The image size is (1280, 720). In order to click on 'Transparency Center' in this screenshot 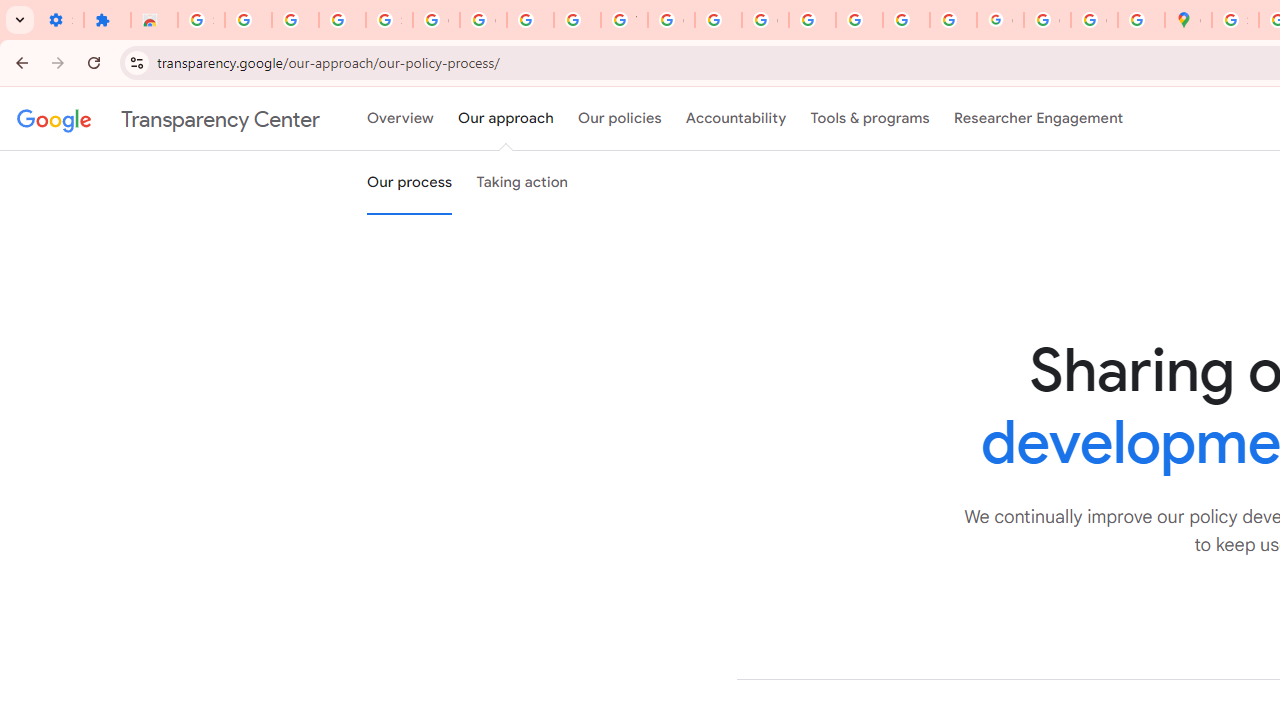, I will do `click(168, 119)`.